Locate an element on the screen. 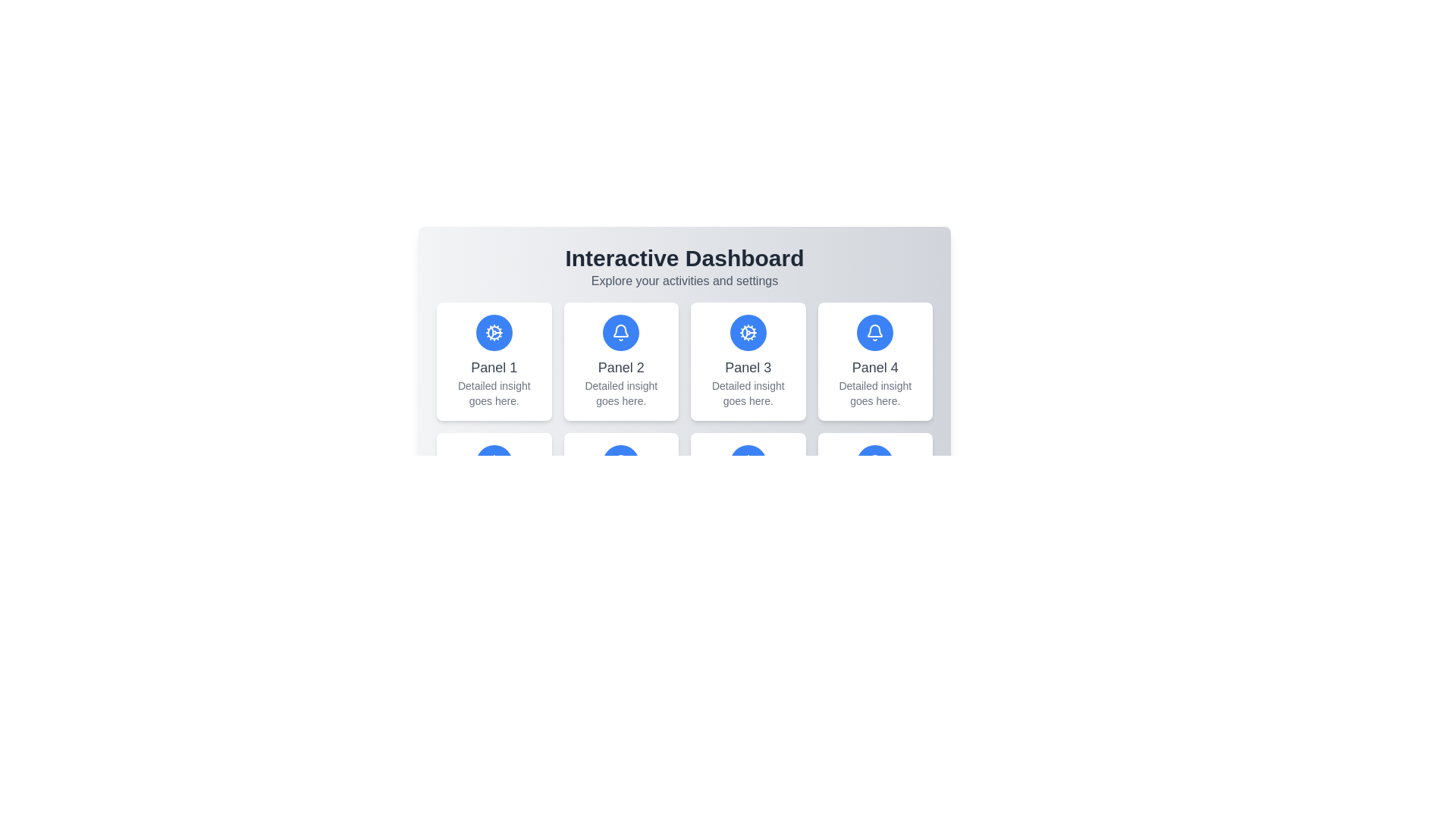 The width and height of the screenshot is (1456, 819). the cogwheel-shaped icon in a blue circular background, which represents the settings option, located in the center of the bottom row of the grid below 'Panel 3' is located at coordinates (748, 462).